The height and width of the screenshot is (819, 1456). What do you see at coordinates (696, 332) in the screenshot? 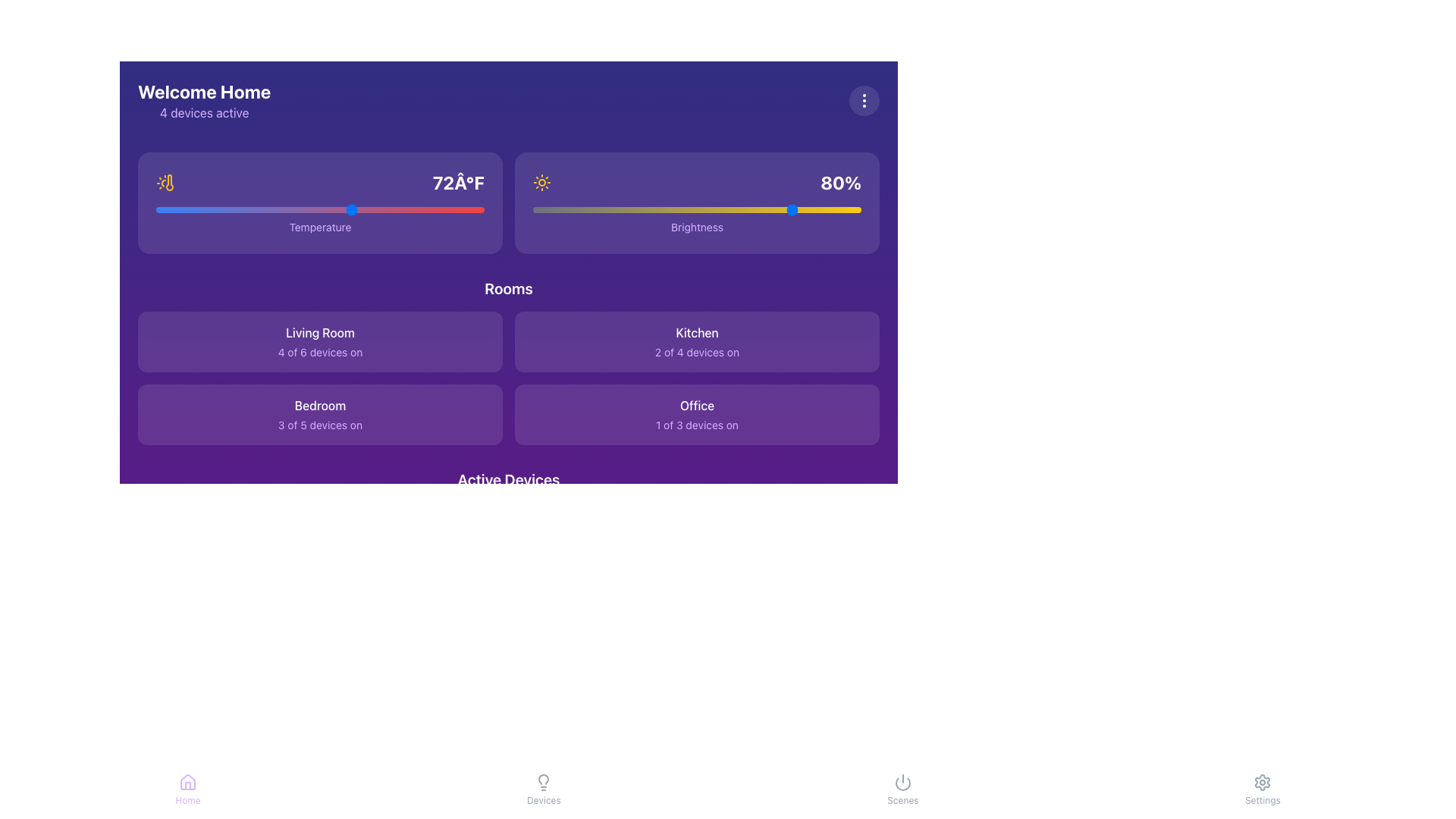
I see `the 'Kitchen' text label displayed in a medium font weight, centered within a rectangular card with a semi-transparent white overlay and a purple background, located in the top-right card of the 'Rooms' section` at bounding box center [696, 332].